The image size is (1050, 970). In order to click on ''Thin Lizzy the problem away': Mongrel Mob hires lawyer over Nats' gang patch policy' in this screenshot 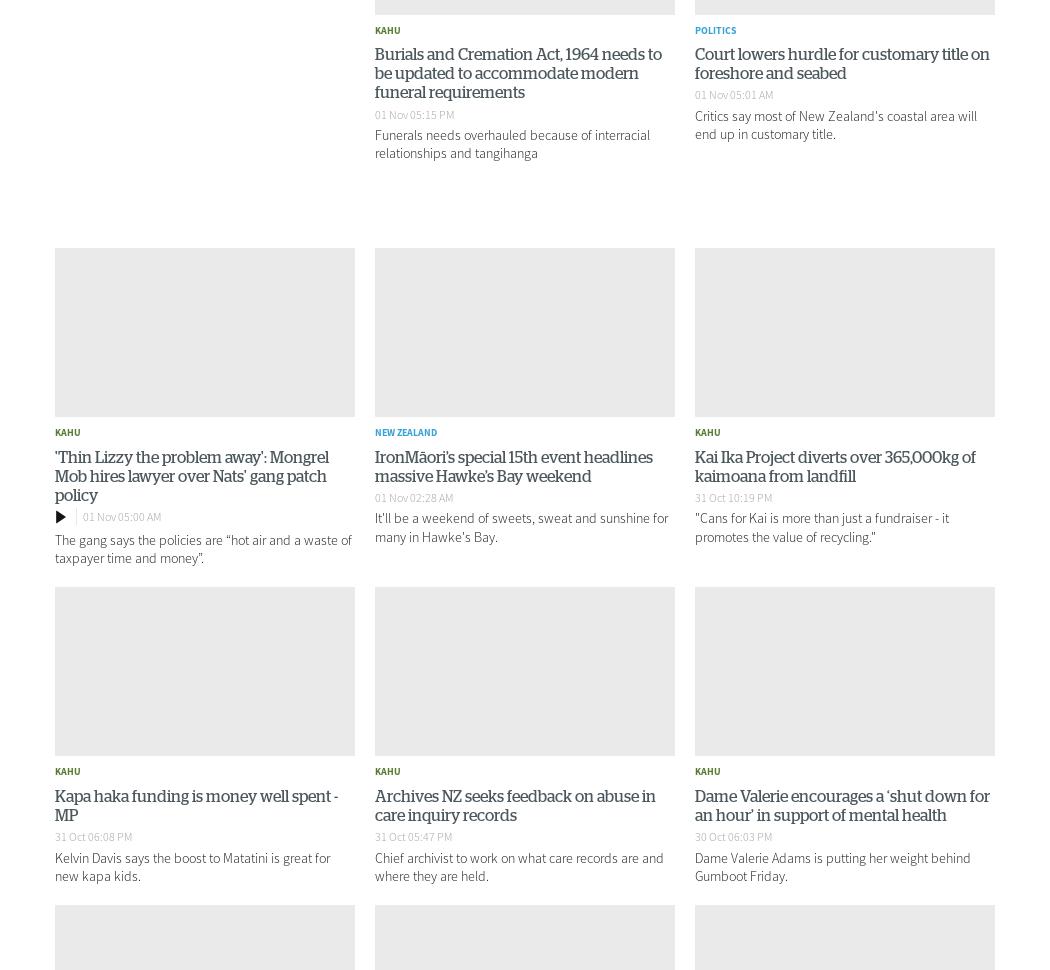, I will do `click(191, 474)`.